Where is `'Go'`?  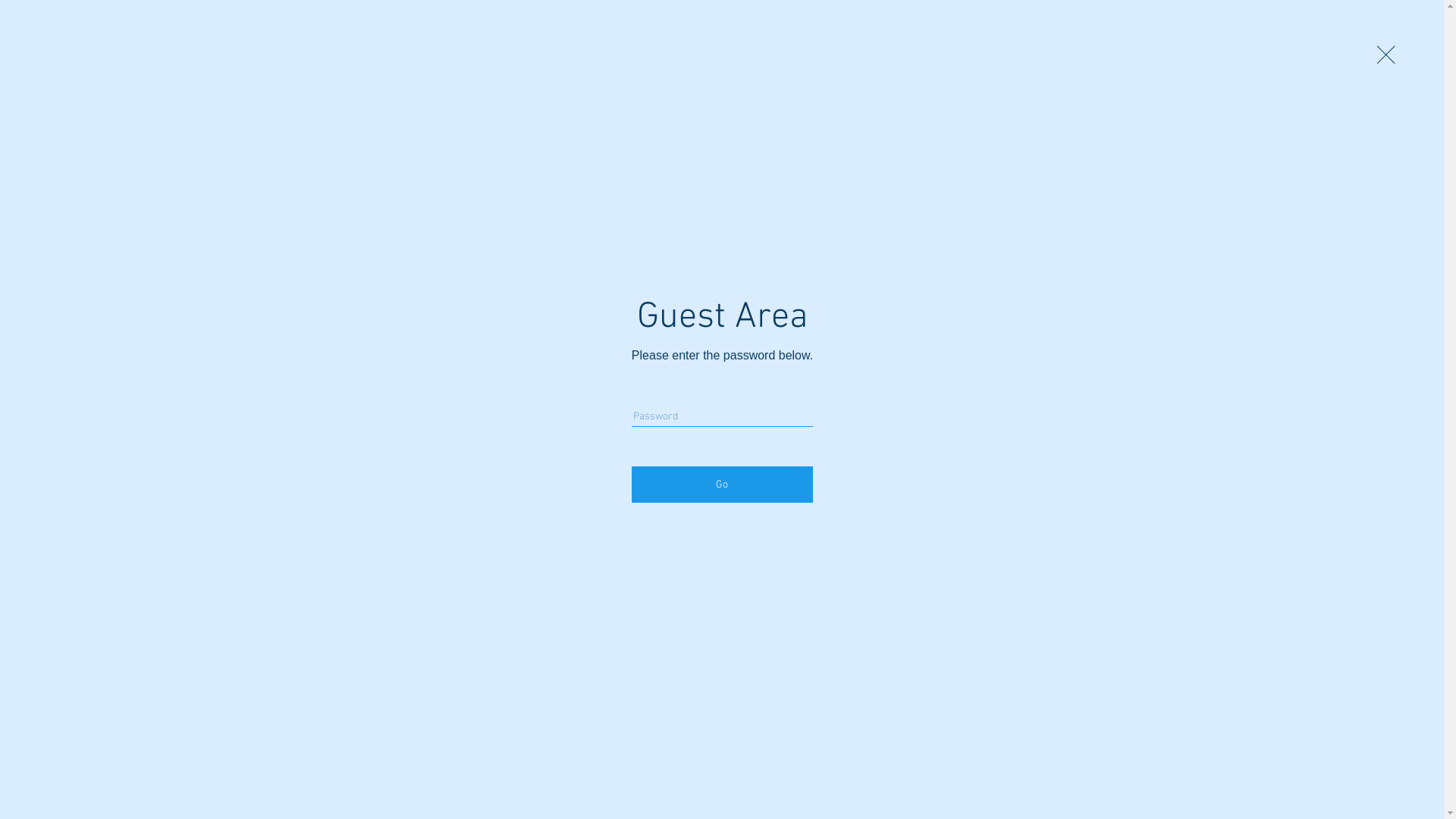
'Go' is located at coordinates (721, 485).